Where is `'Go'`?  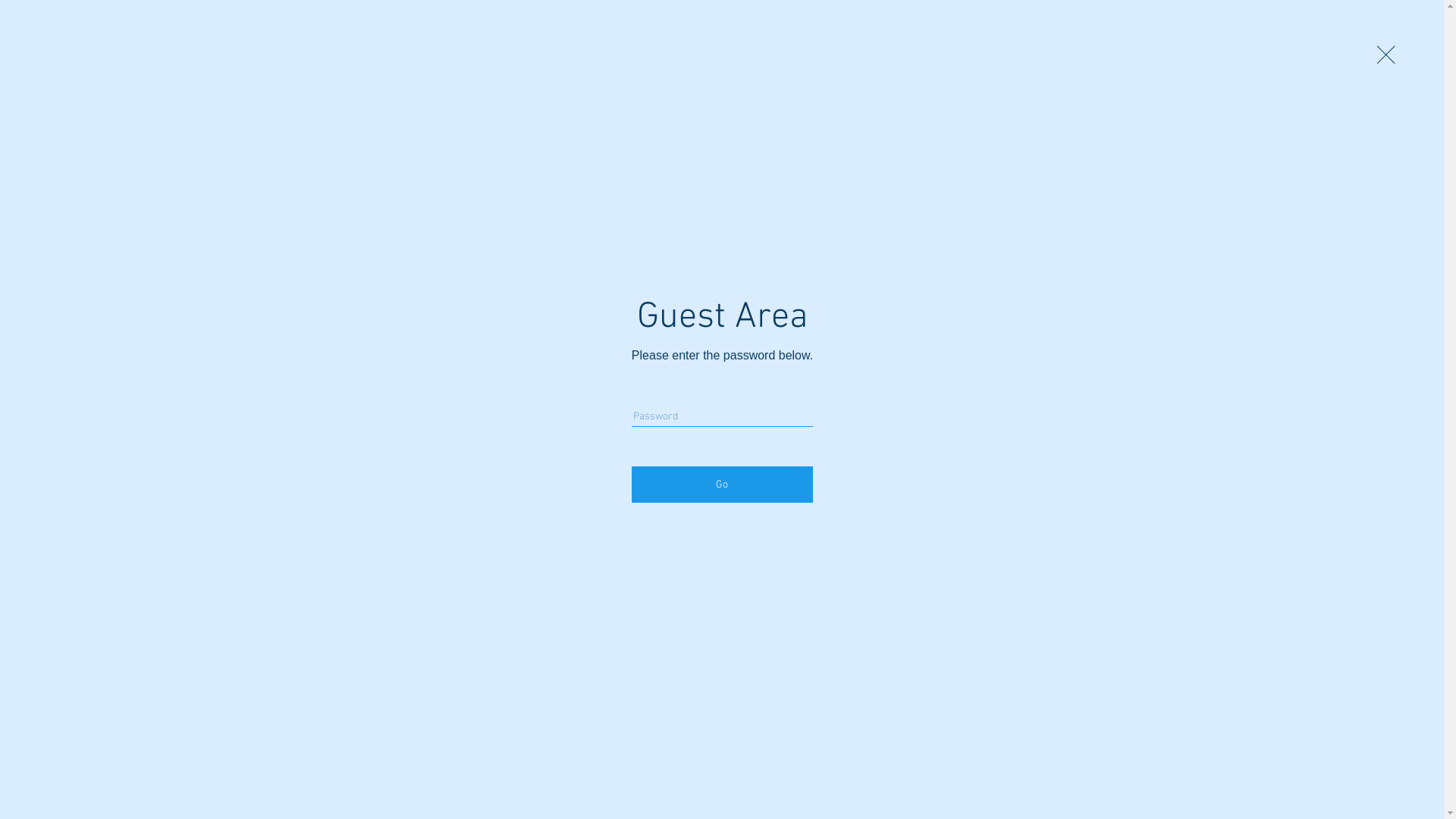
'Go' is located at coordinates (721, 485).